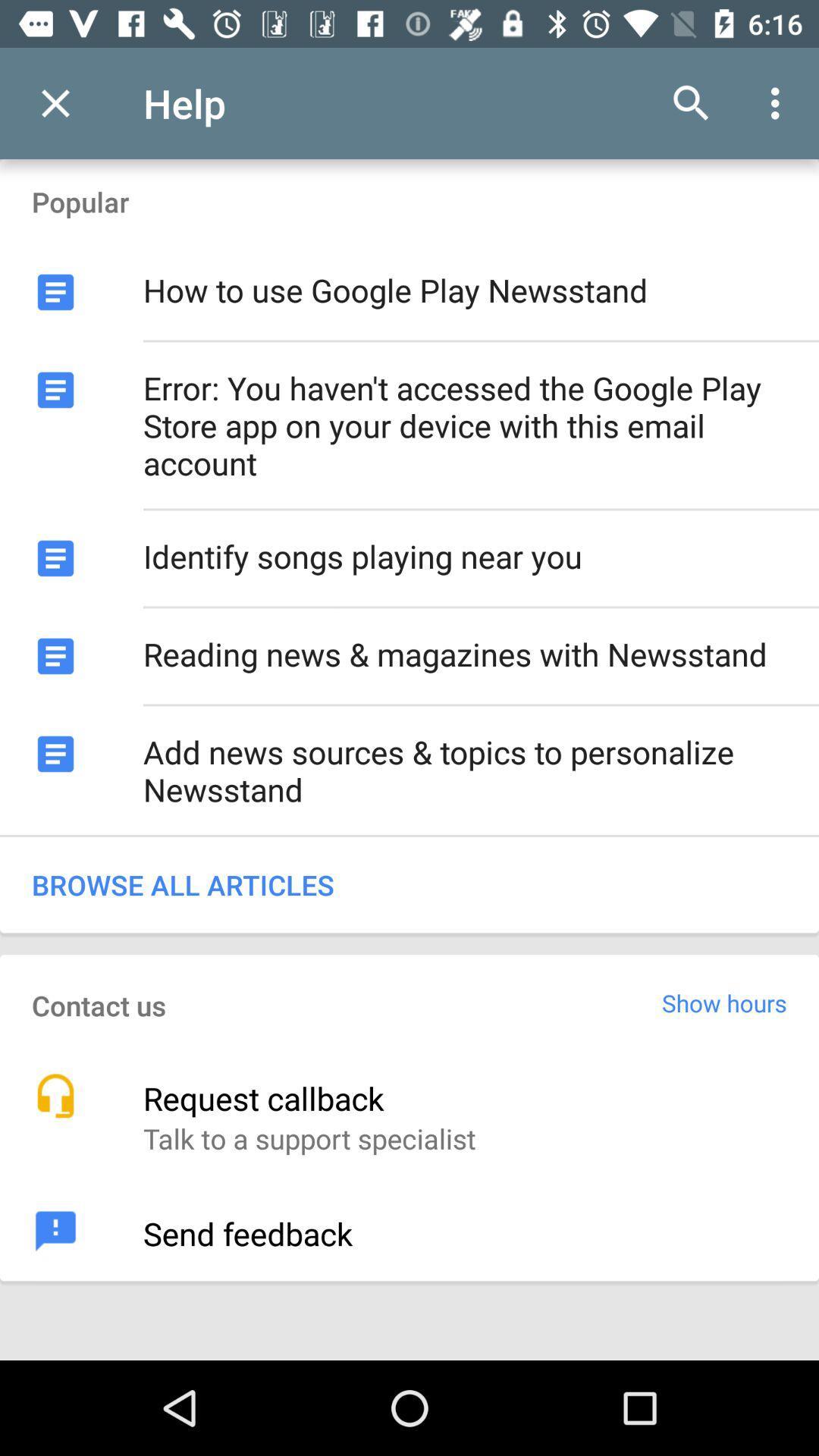 This screenshot has height=1456, width=819. What do you see at coordinates (691, 102) in the screenshot?
I see `the item to the right of the help app` at bounding box center [691, 102].